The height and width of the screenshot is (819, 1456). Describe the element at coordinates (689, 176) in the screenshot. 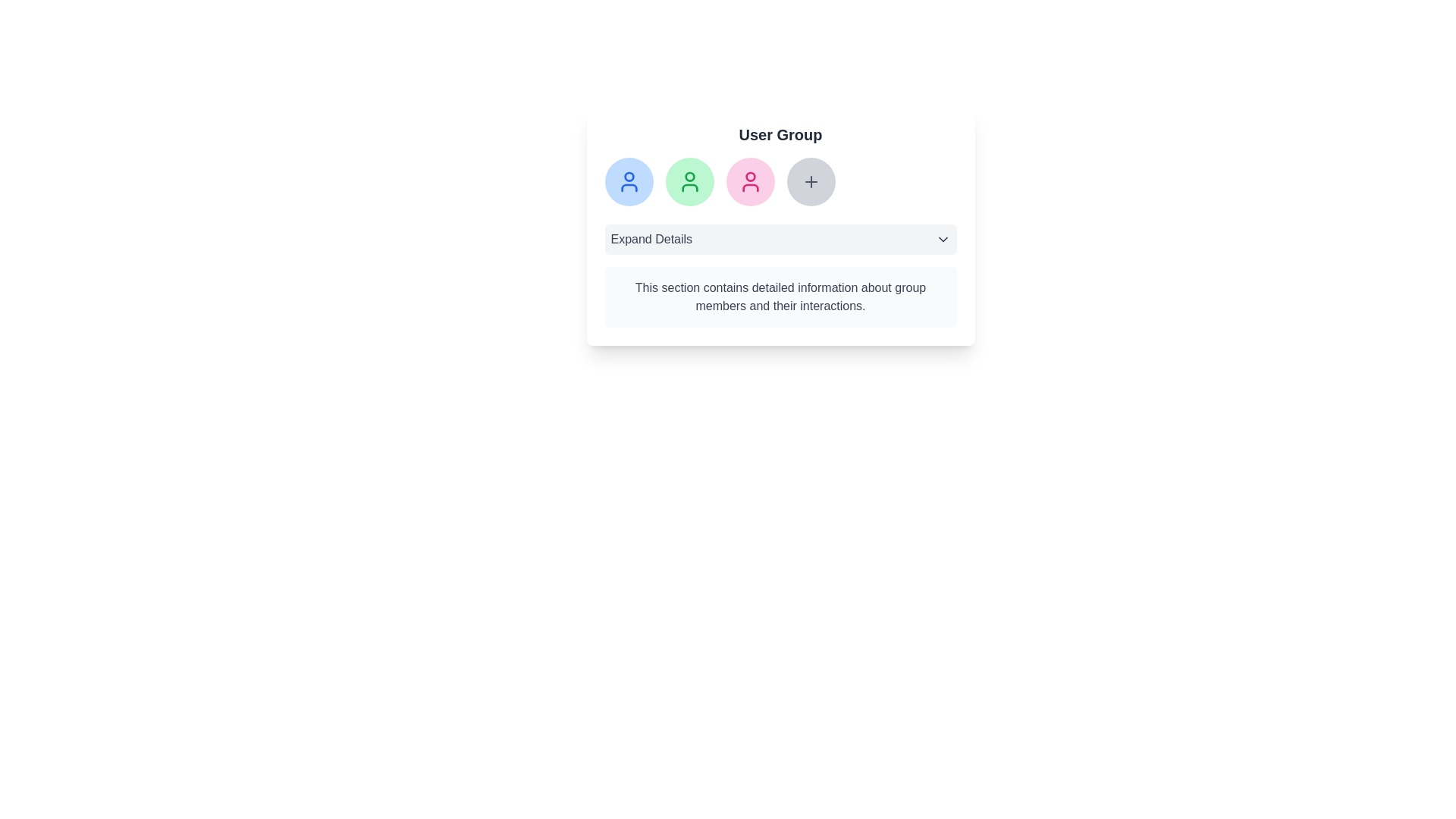

I see `the user avatar icon, which is a circular icon styled in green, located in the second position among four horizontal user icons in the 'User Group' section` at that location.